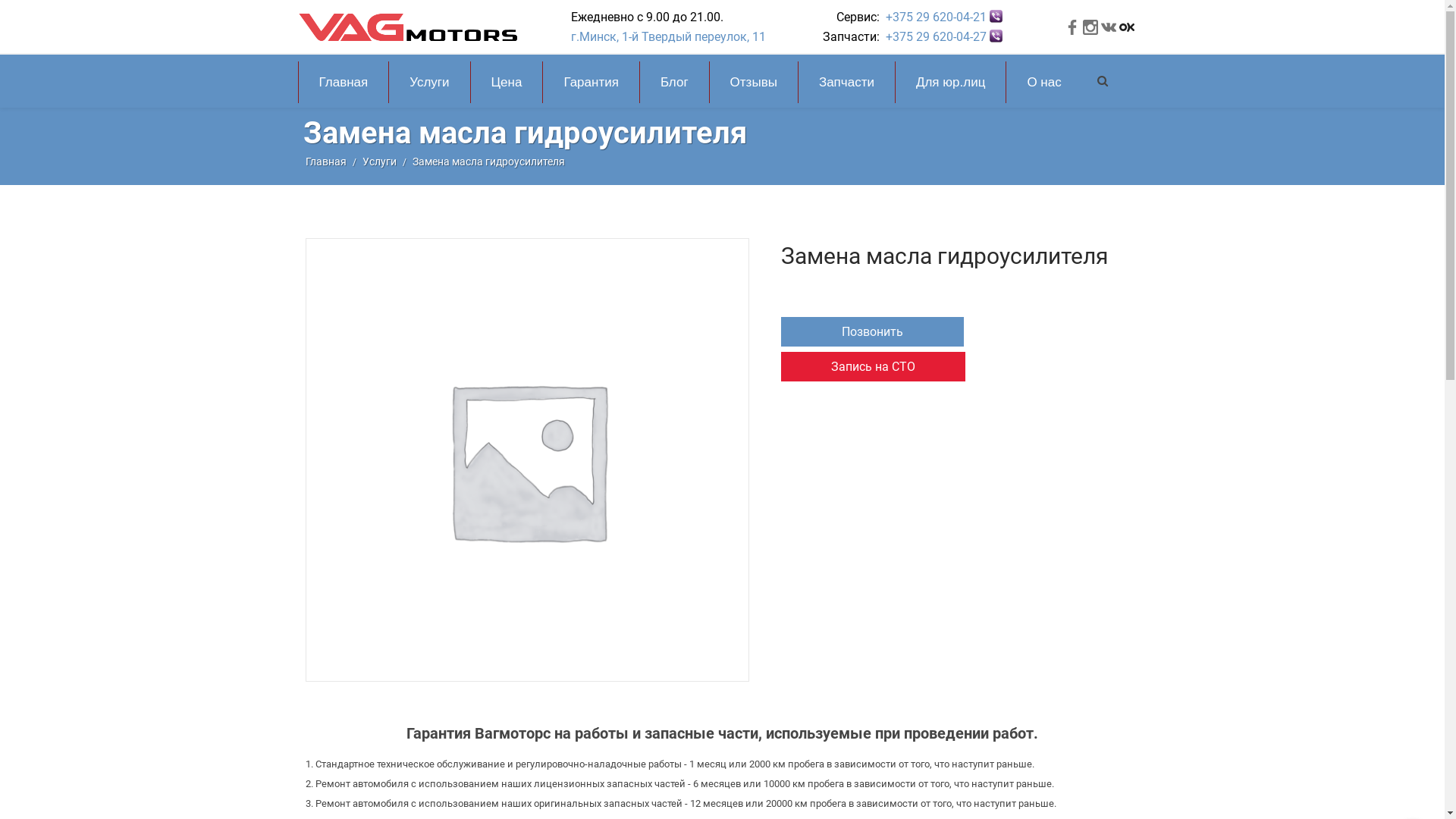 The width and height of the screenshot is (1456, 819). What do you see at coordinates (885, 17) in the screenshot?
I see `'+375 29 620-04-21'` at bounding box center [885, 17].